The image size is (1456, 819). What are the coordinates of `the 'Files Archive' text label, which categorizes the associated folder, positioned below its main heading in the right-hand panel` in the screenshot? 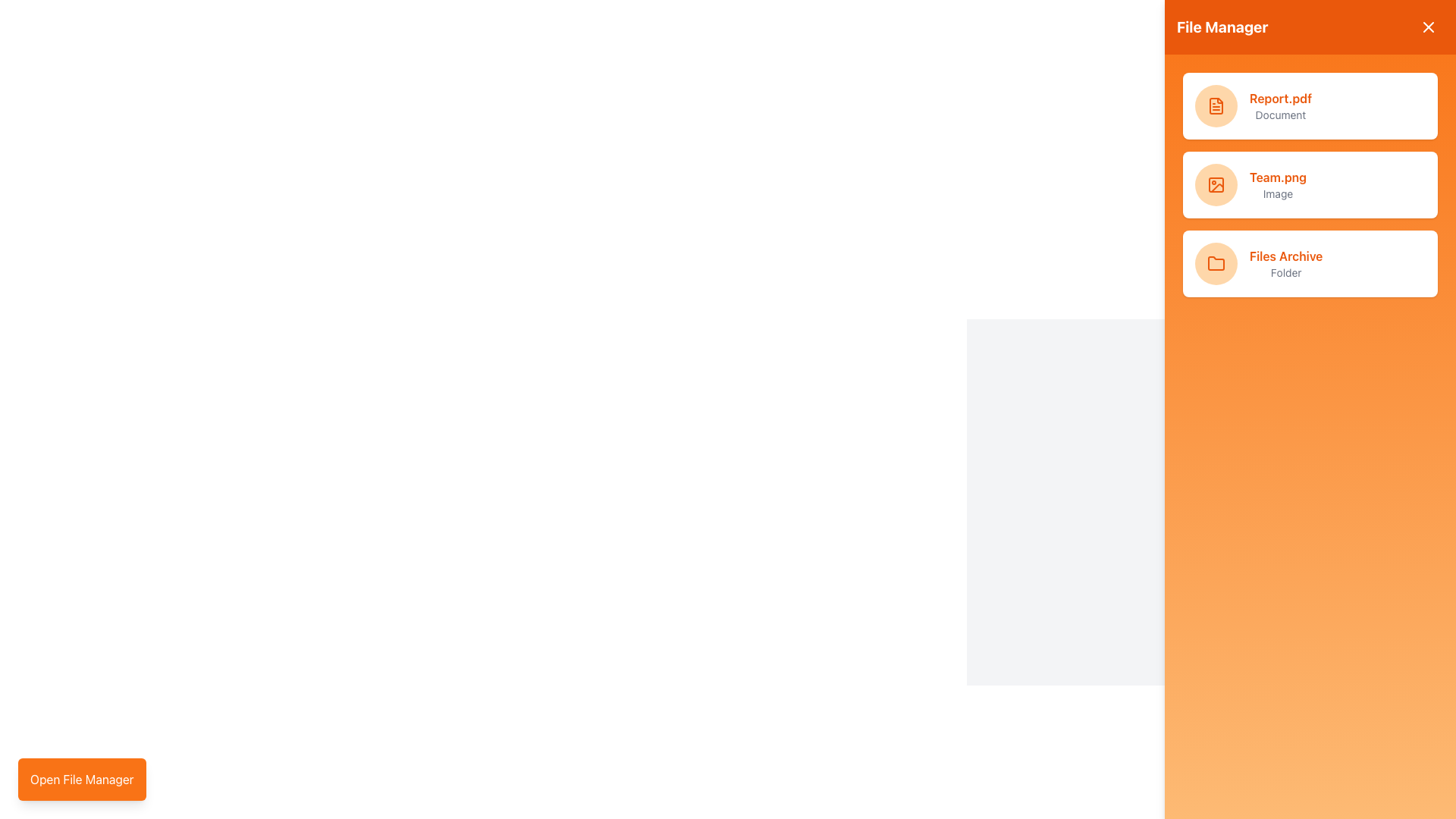 It's located at (1285, 271).